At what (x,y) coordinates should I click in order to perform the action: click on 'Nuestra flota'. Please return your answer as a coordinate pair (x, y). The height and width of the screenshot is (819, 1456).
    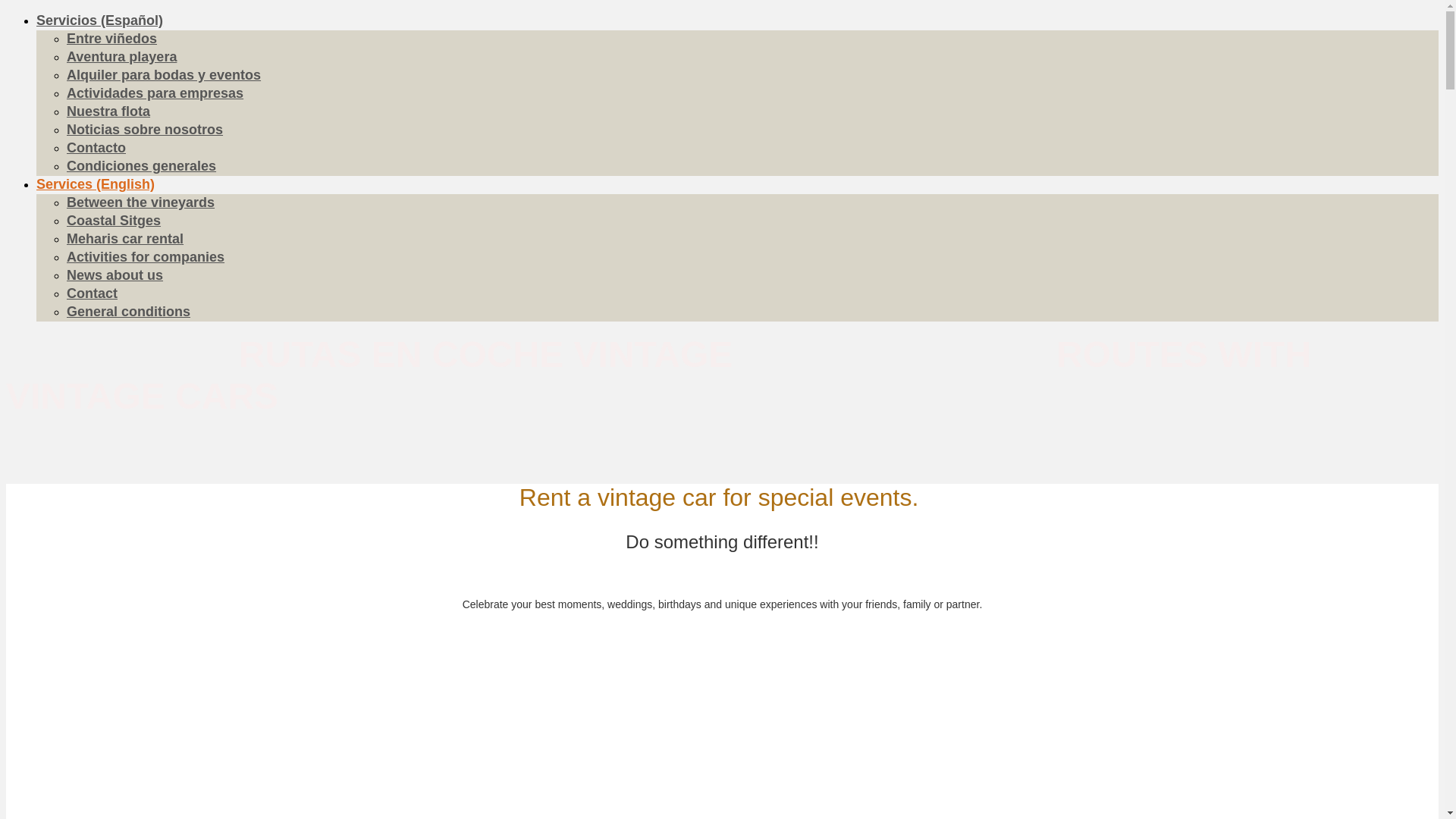
    Looking at the image, I should click on (108, 110).